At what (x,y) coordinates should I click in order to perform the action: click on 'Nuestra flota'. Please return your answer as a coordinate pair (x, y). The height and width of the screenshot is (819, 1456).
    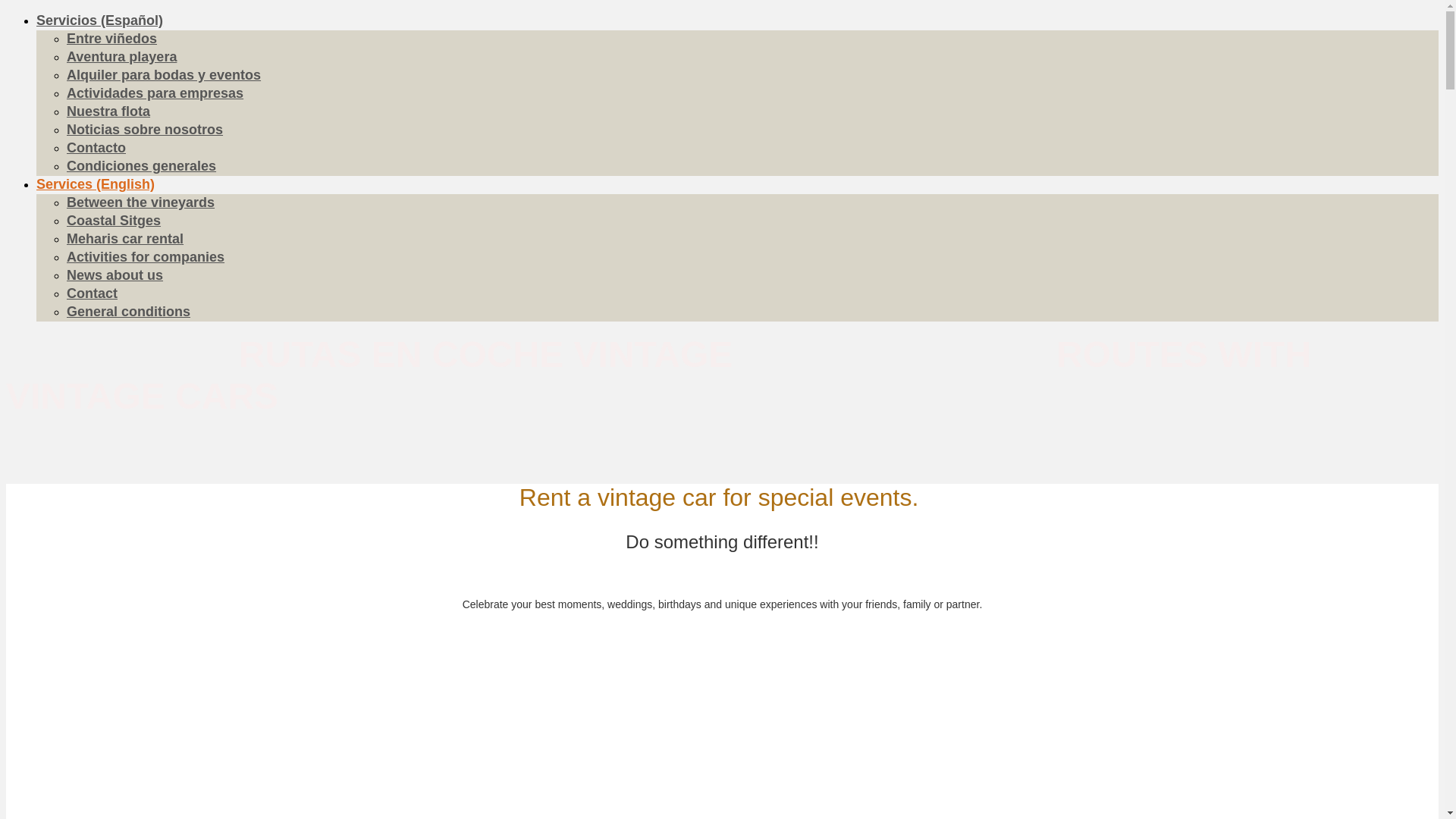
    Looking at the image, I should click on (108, 110).